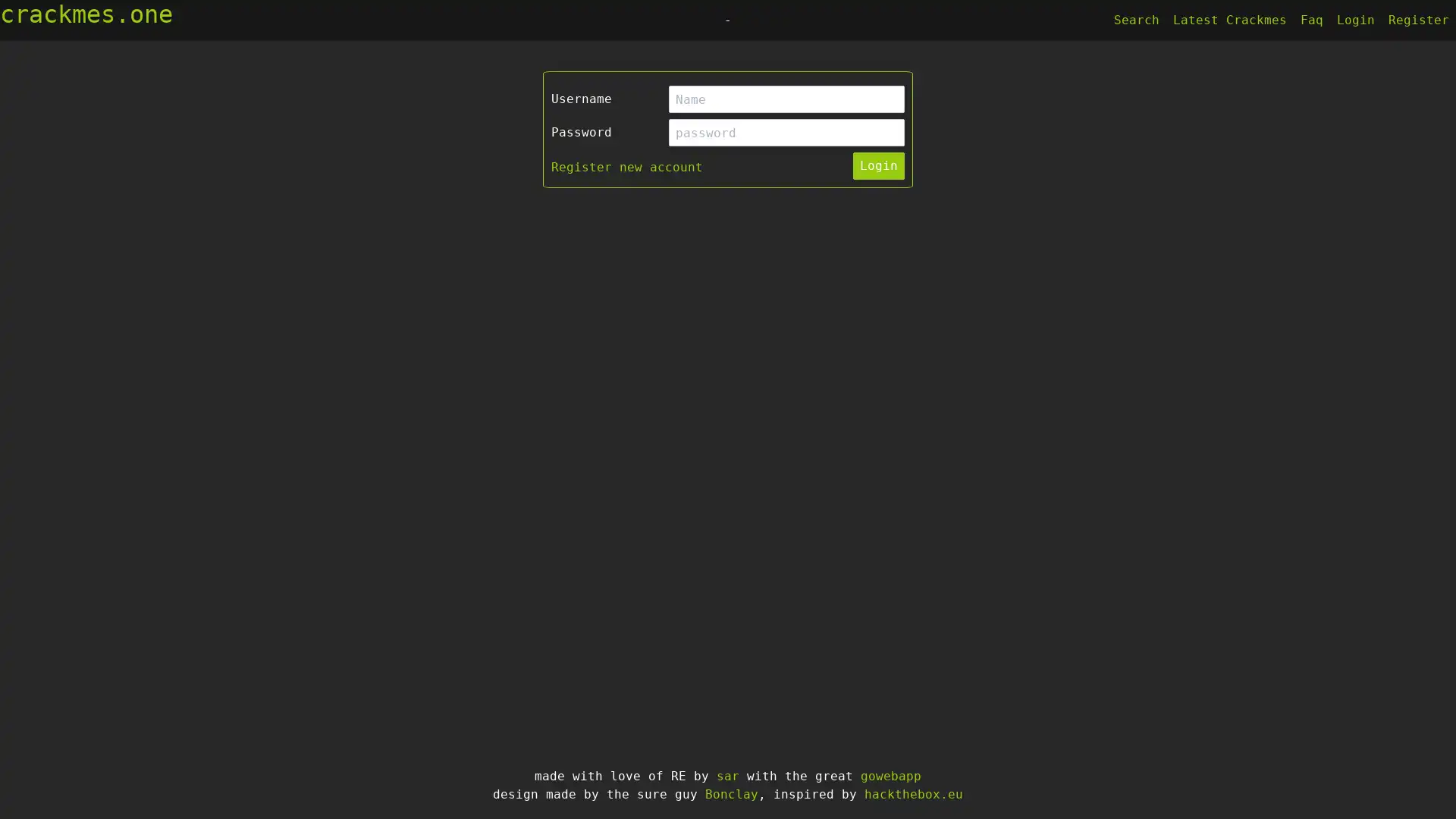 The width and height of the screenshot is (1456, 819). What do you see at coordinates (878, 166) in the screenshot?
I see `Login` at bounding box center [878, 166].